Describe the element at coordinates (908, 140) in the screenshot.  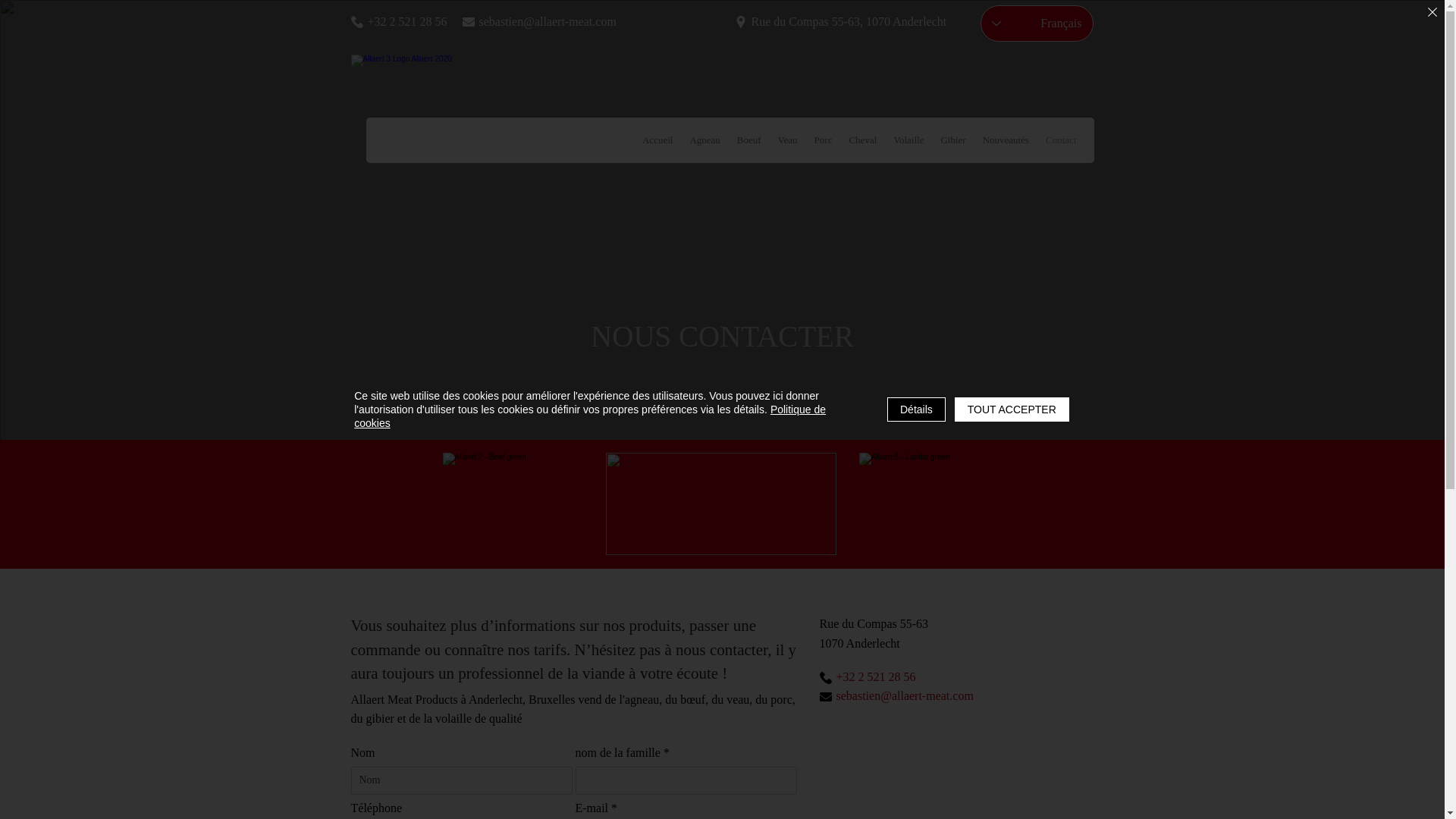
I see `'Volaille'` at that location.